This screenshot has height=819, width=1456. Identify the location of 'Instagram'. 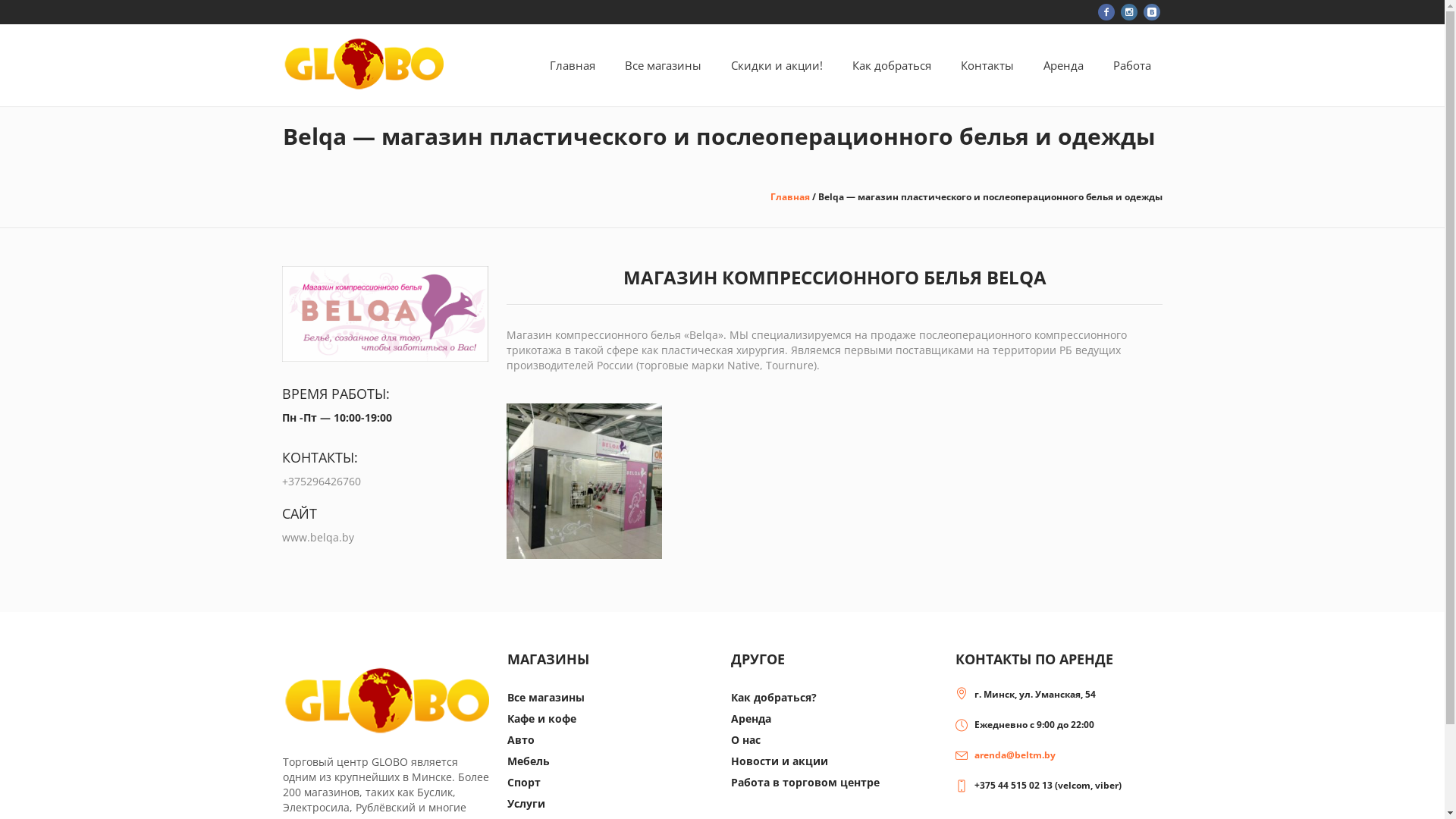
(1128, 11).